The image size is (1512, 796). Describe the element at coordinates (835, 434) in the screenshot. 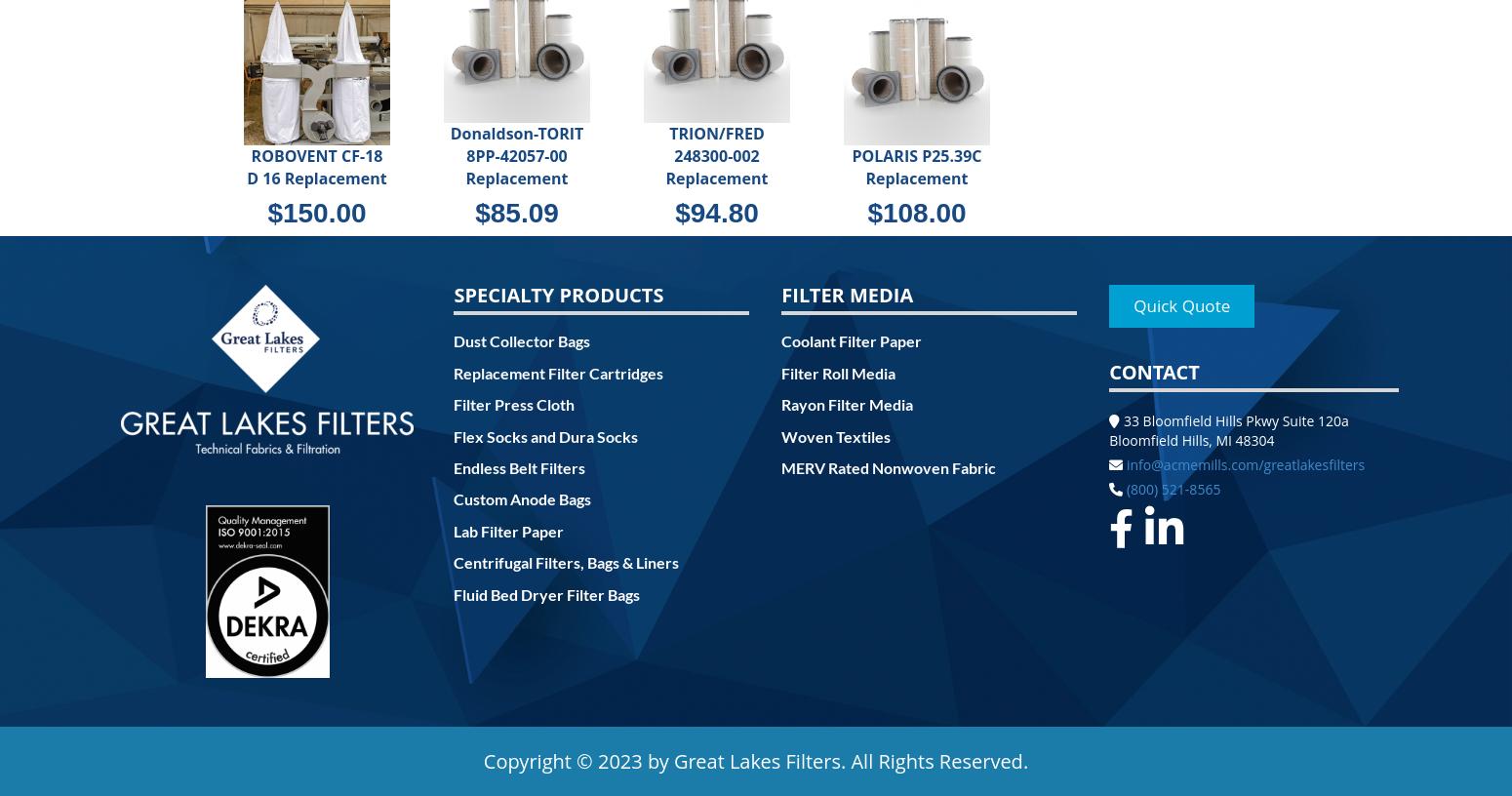

I see `'Woven Textiles'` at that location.